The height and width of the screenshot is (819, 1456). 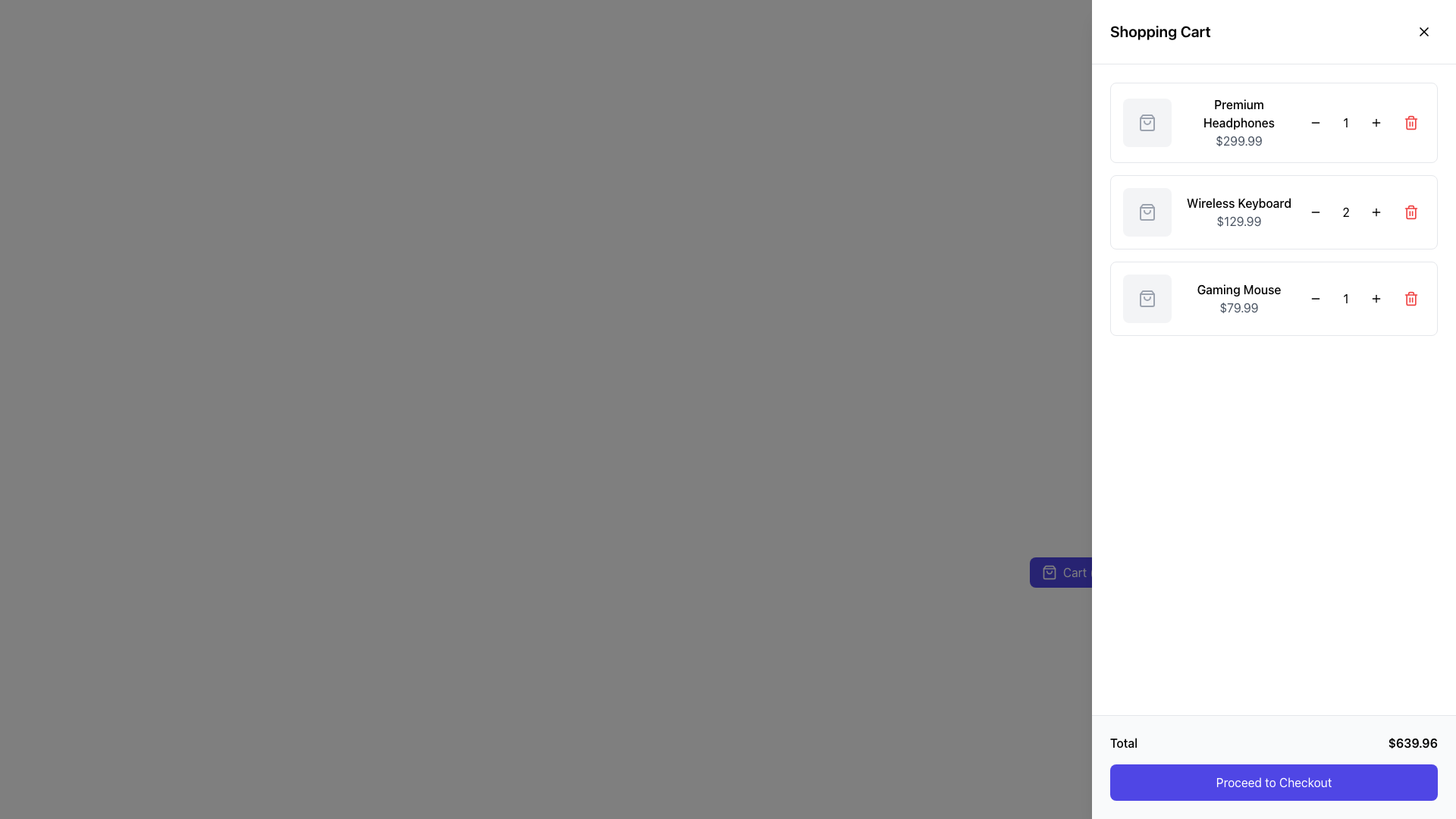 What do you see at coordinates (1376, 298) in the screenshot?
I see `the plus icon button to the right of the quantity '1' for the 'Gaming Mouse' in the shopping cart to increase the quantity` at bounding box center [1376, 298].